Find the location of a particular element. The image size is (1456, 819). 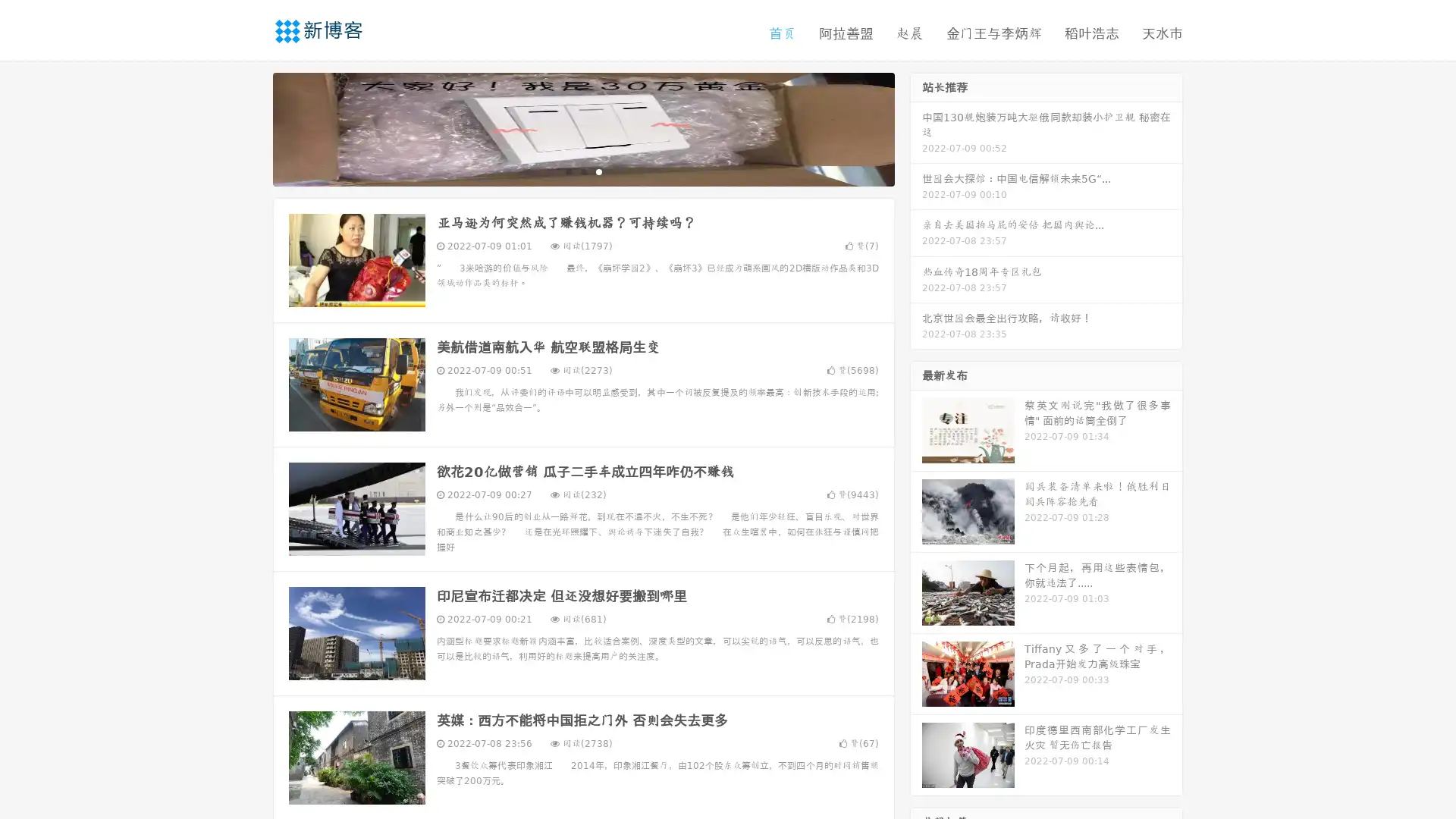

Go to slide 3 is located at coordinates (598, 171).